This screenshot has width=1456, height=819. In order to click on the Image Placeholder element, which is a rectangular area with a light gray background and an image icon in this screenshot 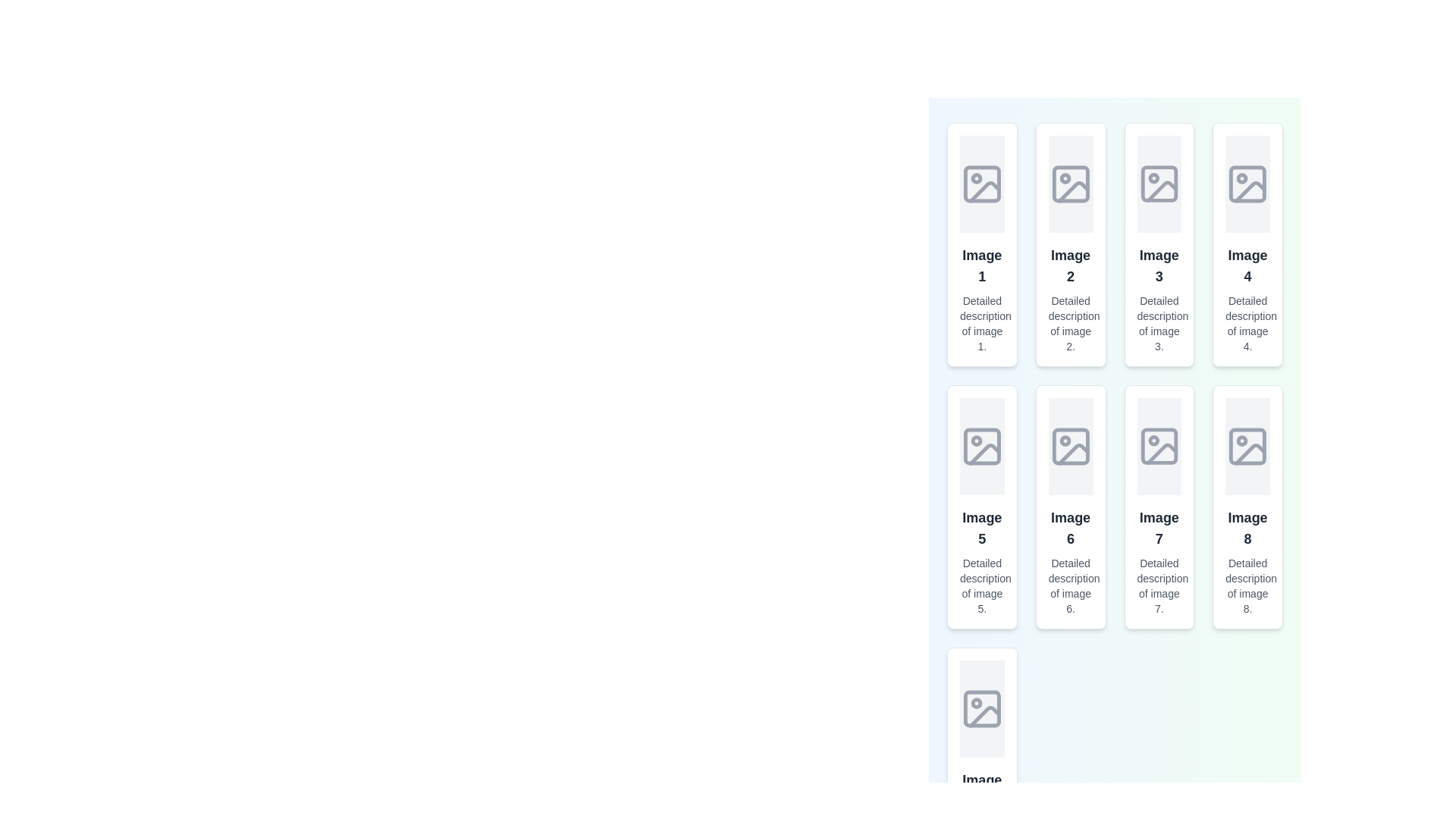, I will do `click(982, 446)`.